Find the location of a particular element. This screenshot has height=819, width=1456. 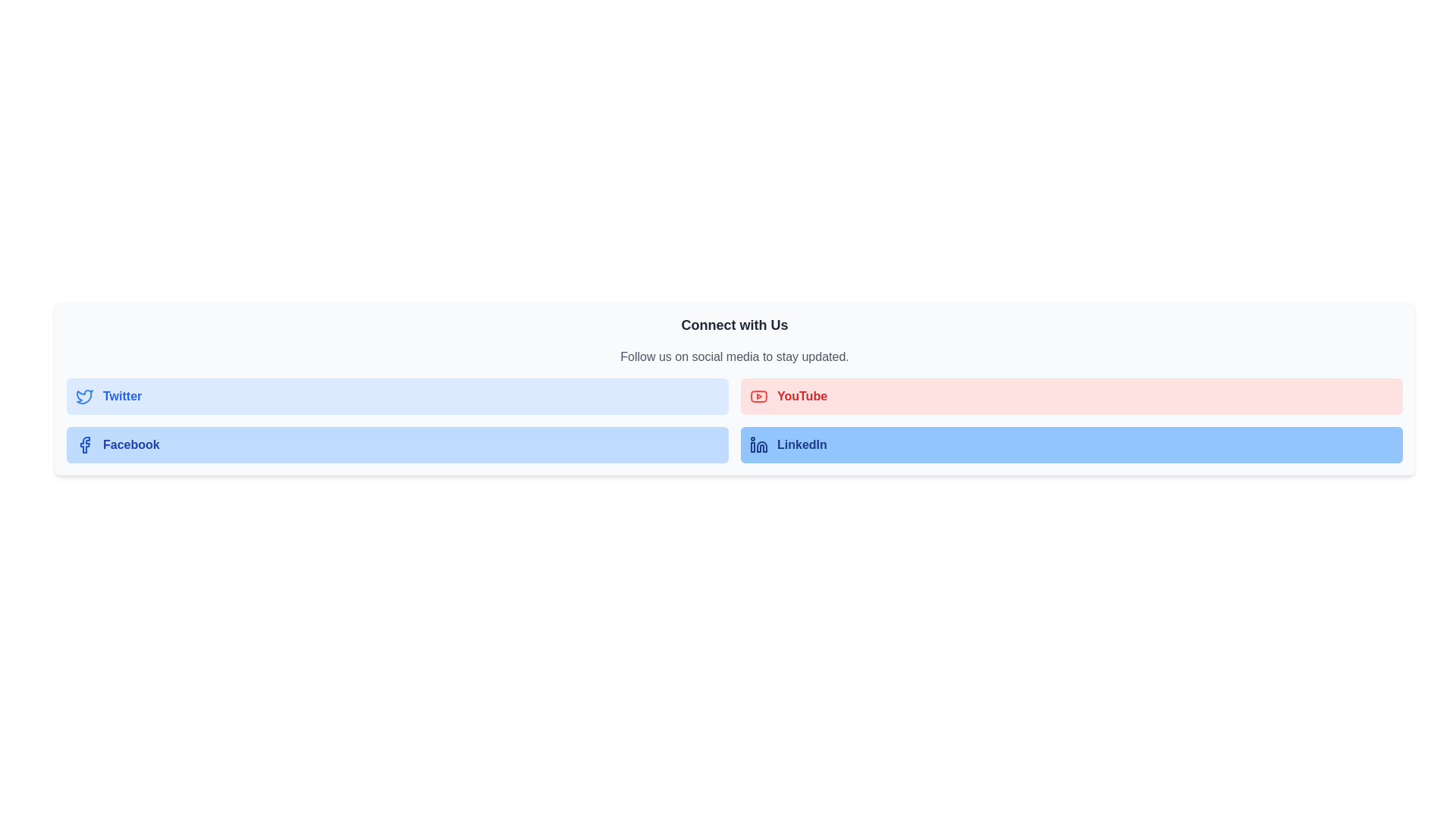

the text label that reads 'Follow us on social media to stay updated.' which is located below the 'Connect with Us' title and above the social media links is located at coordinates (735, 356).